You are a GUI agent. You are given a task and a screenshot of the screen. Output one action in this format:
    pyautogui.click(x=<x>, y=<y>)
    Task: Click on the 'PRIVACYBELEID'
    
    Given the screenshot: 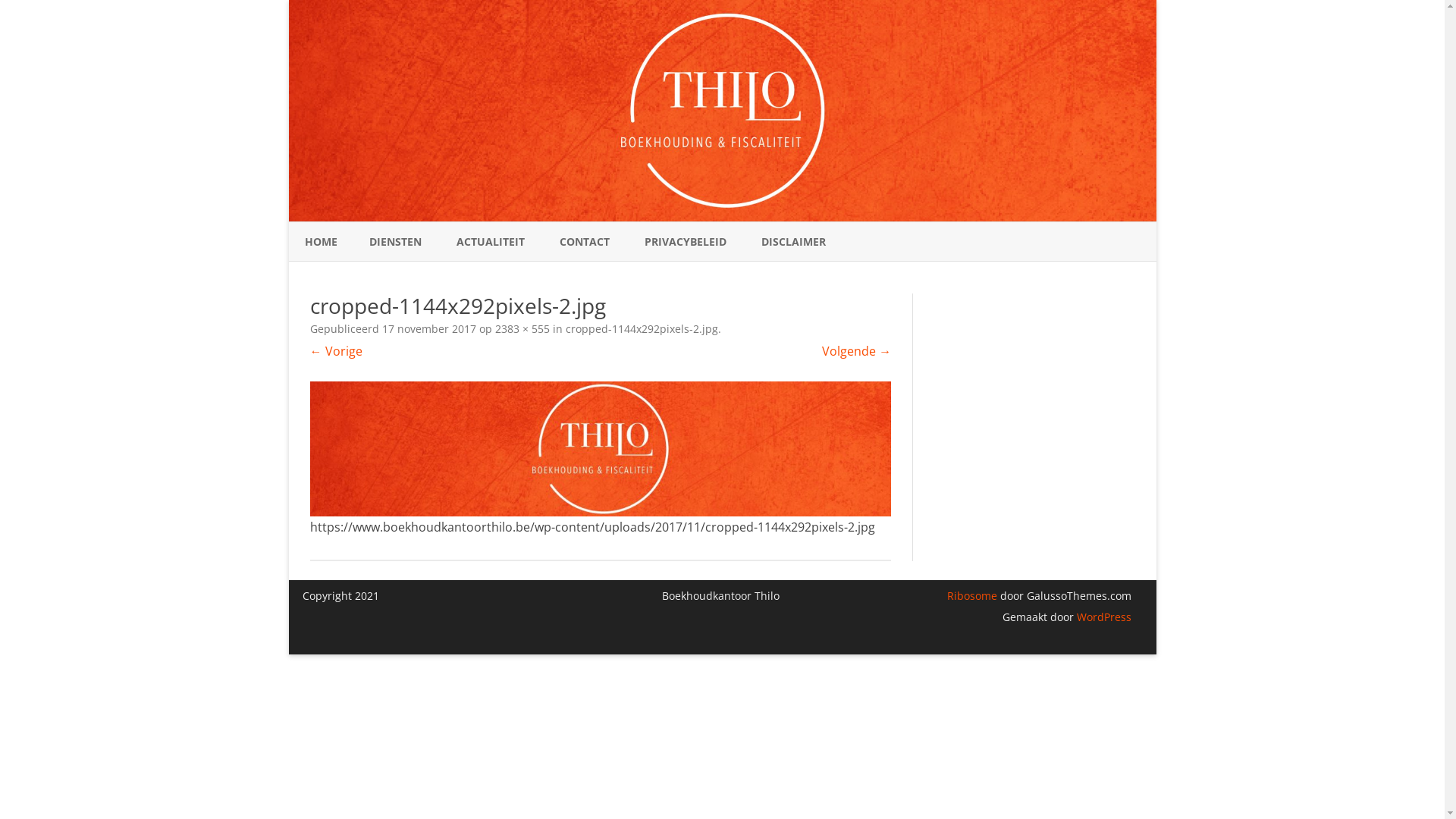 What is the action you would take?
    pyautogui.click(x=684, y=241)
    